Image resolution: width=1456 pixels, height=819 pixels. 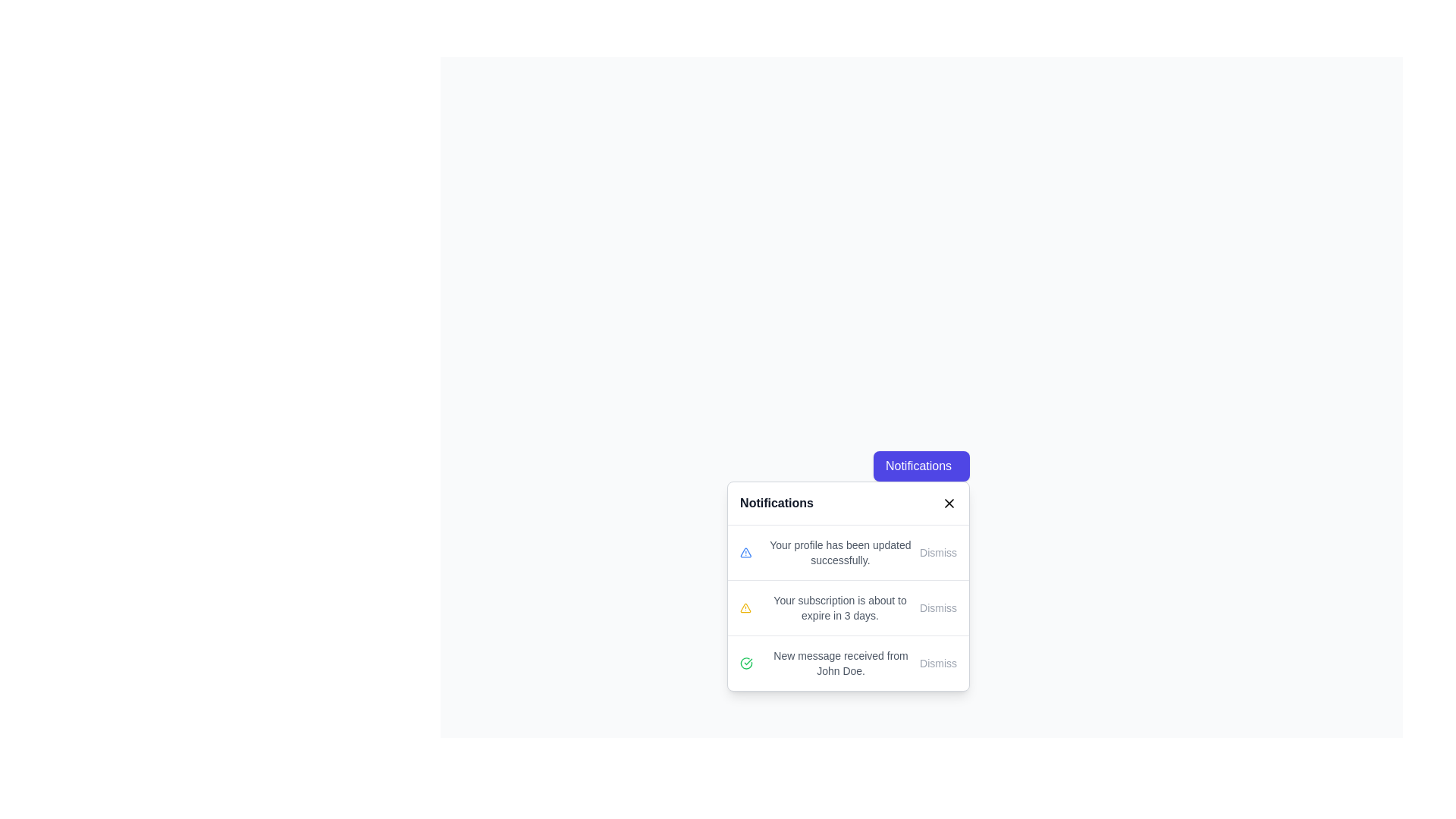 What do you see at coordinates (848, 607) in the screenshot?
I see `the 'Dismiss' link in the second notification item that contains a yellow warning icon and the message 'Your subscription is about to expire in 3 days.'` at bounding box center [848, 607].